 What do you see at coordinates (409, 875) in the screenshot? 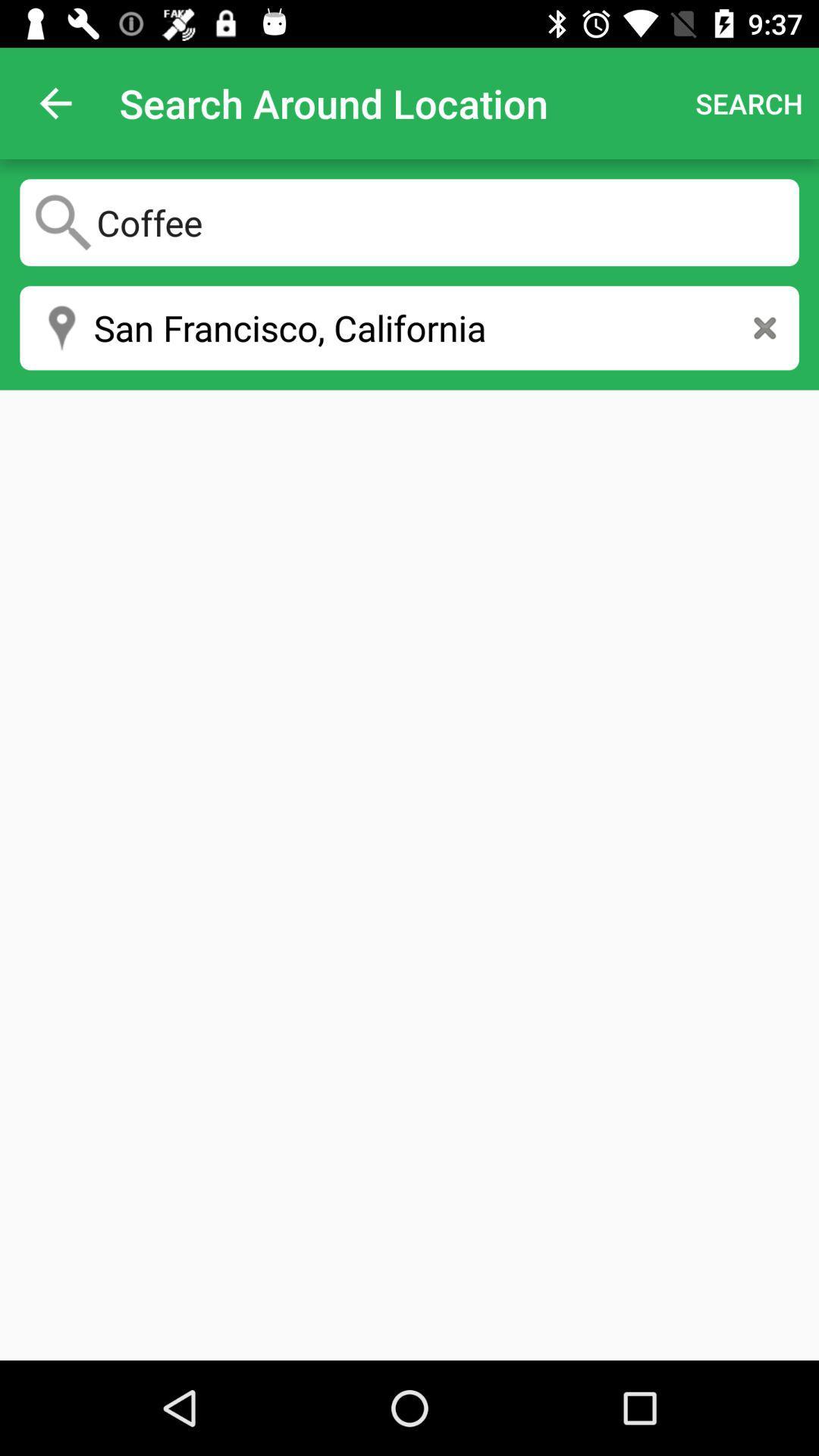
I see `item at the center` at bounding box center [409, 875].